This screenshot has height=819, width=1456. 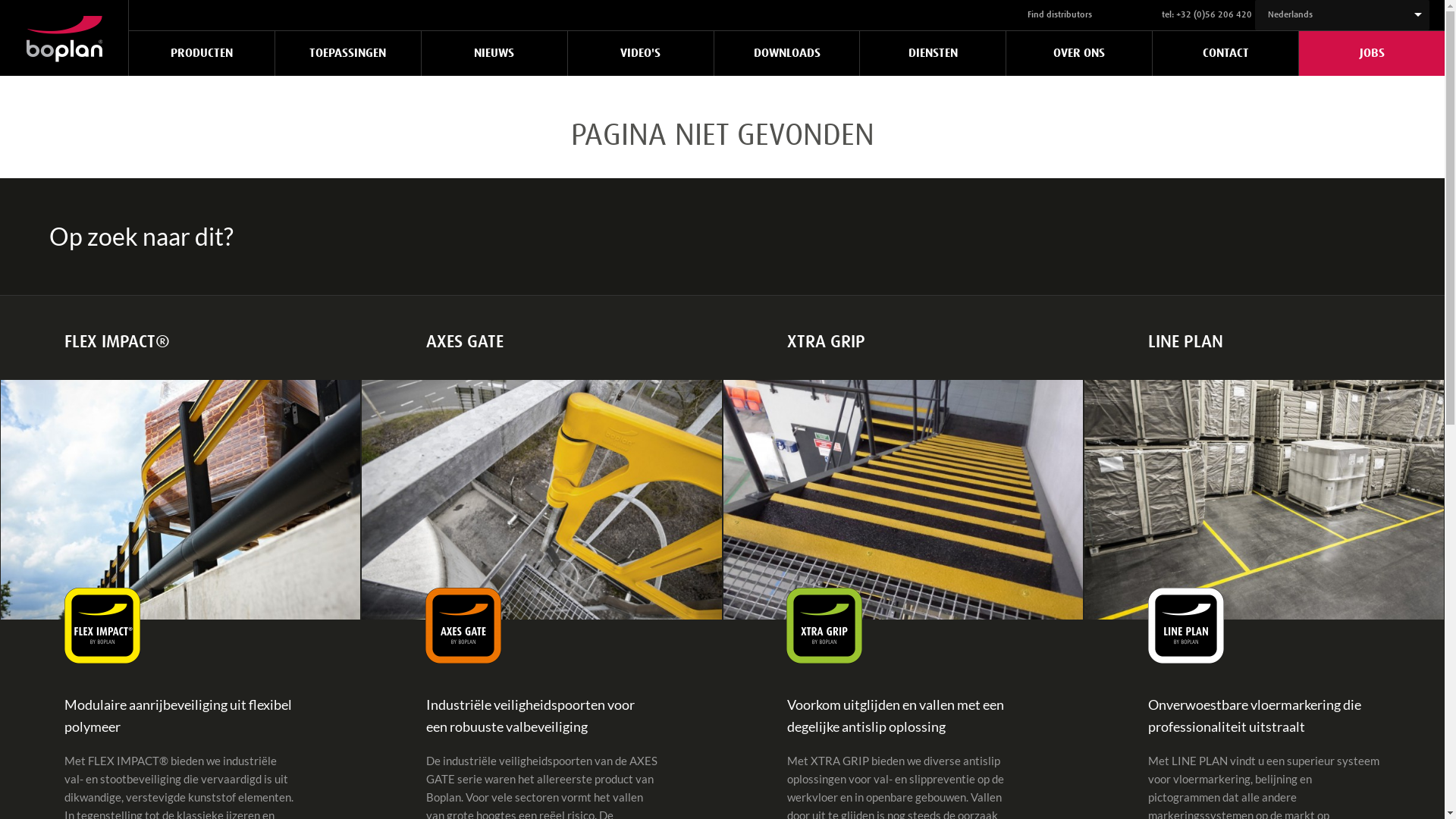 I want to click on 'TOEPASSINGEN', so click(x=347, y=52).